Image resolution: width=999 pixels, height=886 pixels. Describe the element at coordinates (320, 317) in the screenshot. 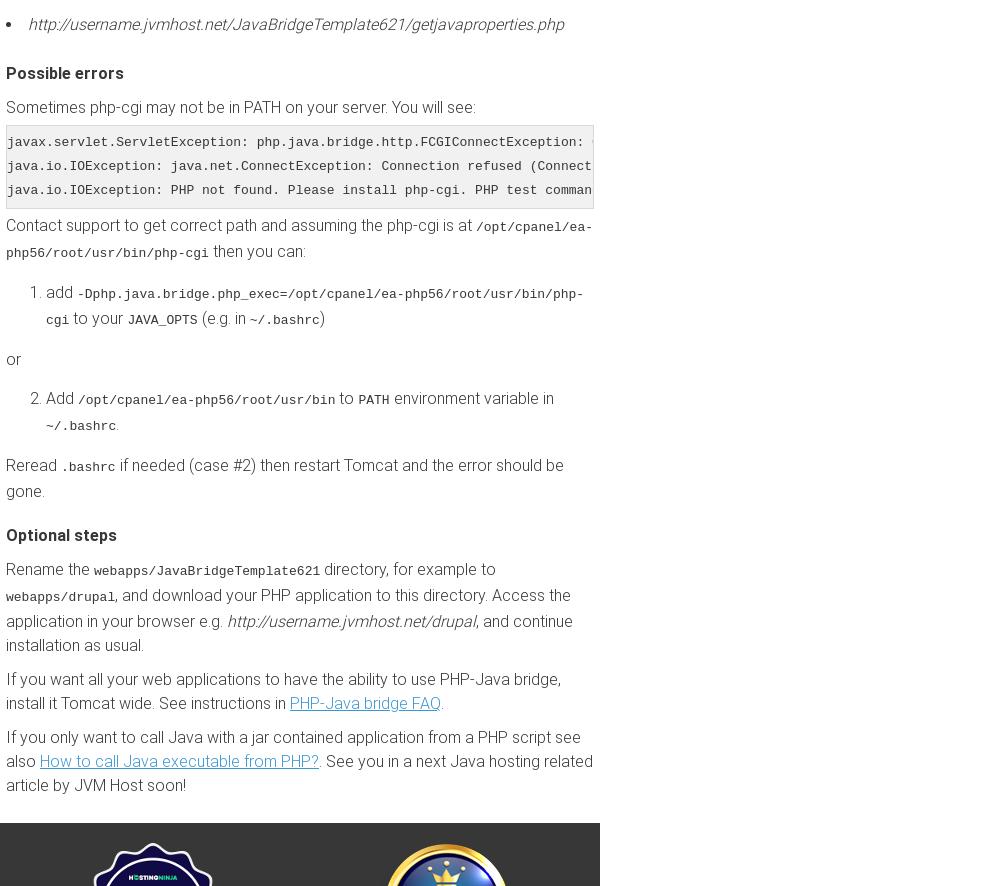

I see `')'` at that location.